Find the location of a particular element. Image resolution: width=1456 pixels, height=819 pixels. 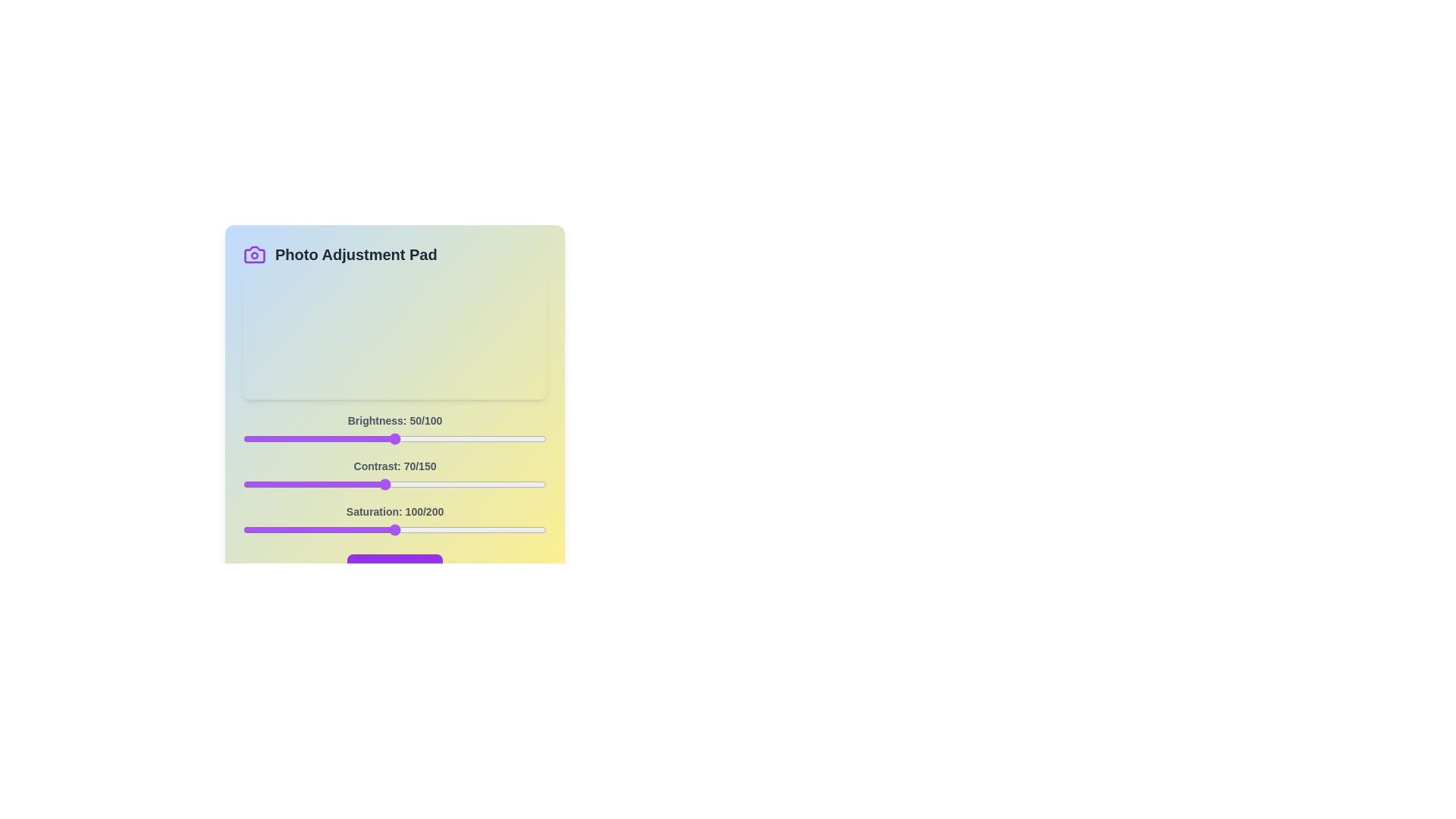

the 'Apply Changes' button is located at coordinates (394, 567).